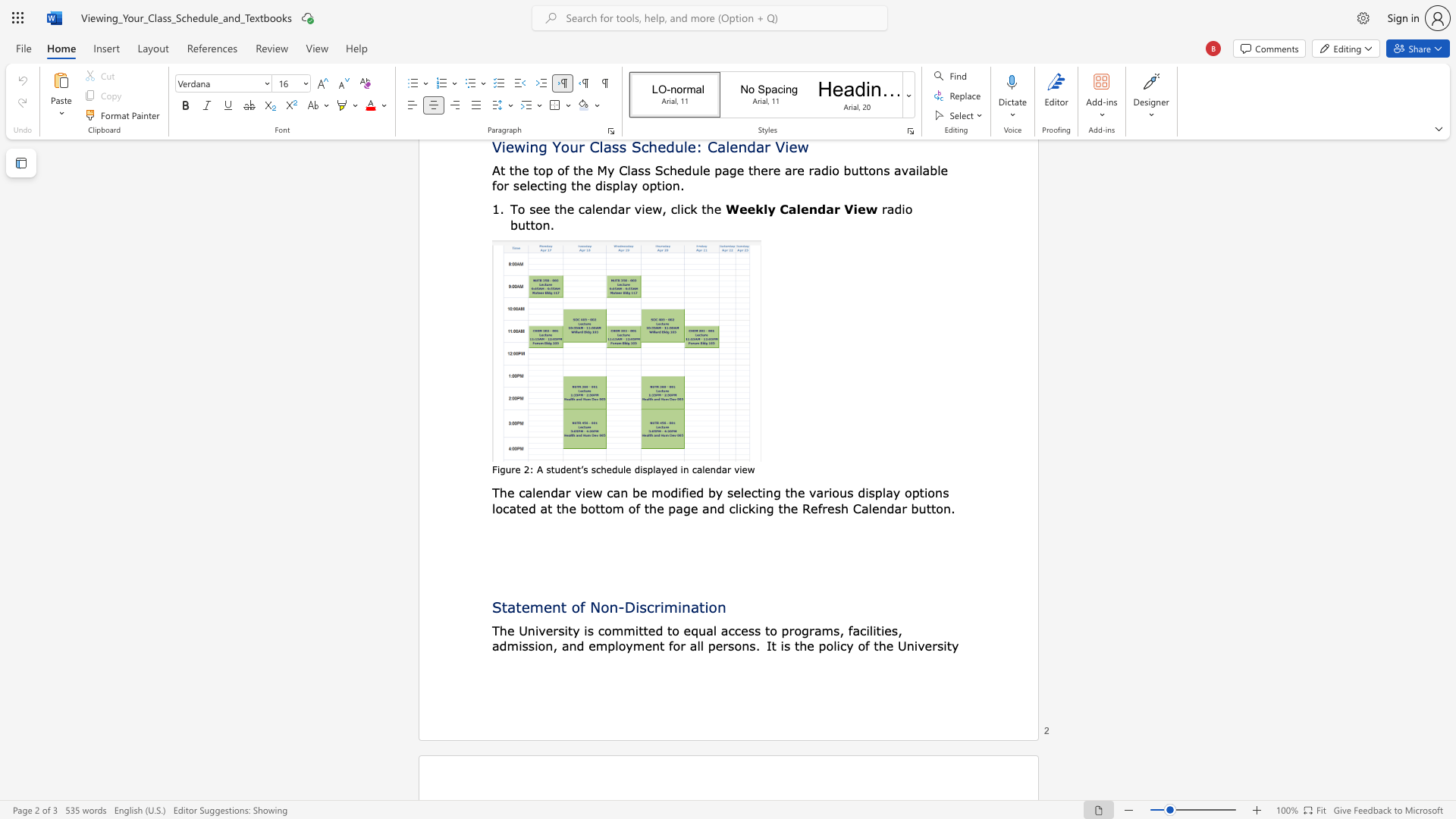 This screenshot has width=1456, height=819. I want to click on the subset text "on" within the text "Statement of Non-Discrimination", so click(708, 606).